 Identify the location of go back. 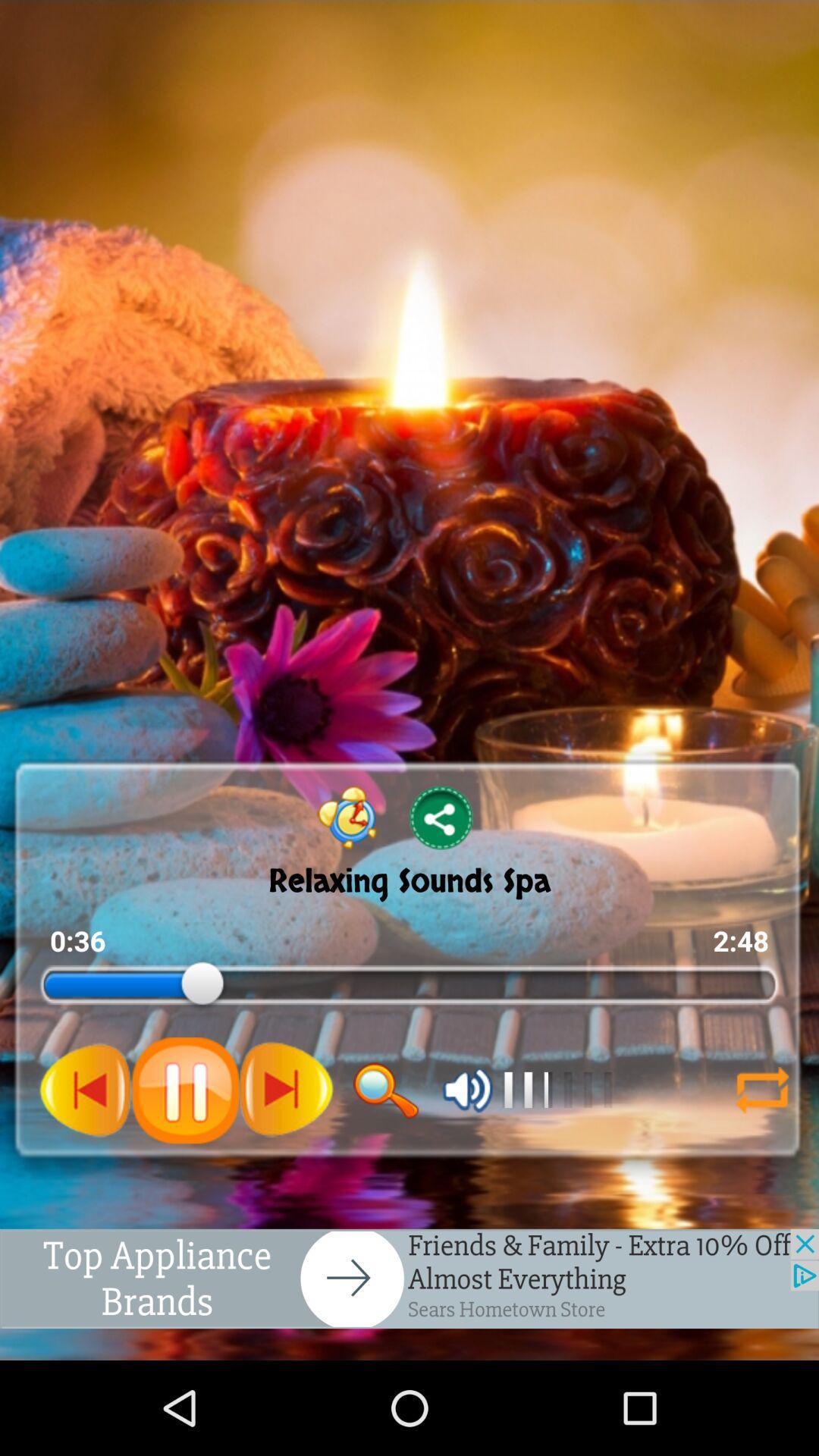
(86, 1089).